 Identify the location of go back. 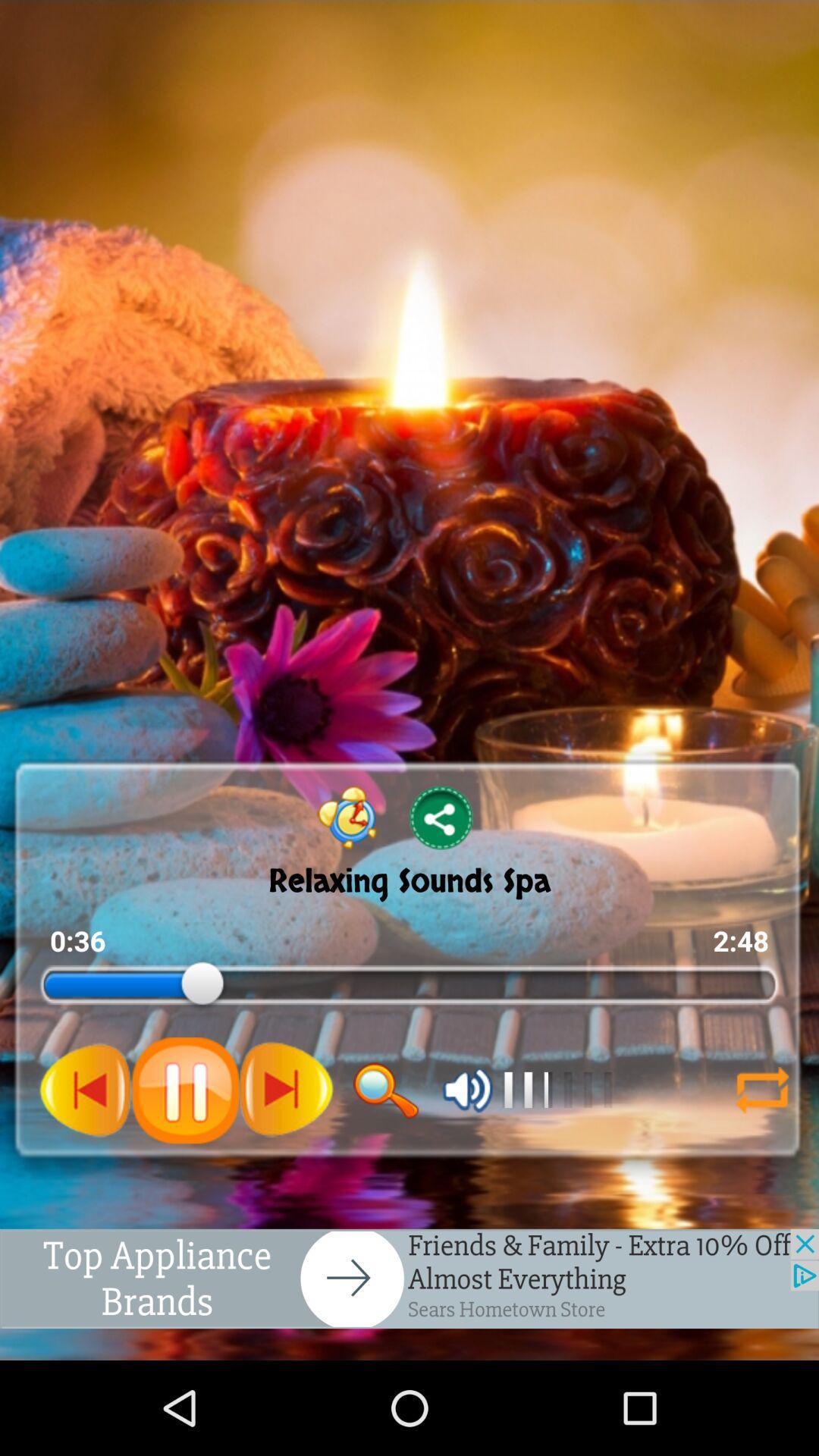
(86, 1089).